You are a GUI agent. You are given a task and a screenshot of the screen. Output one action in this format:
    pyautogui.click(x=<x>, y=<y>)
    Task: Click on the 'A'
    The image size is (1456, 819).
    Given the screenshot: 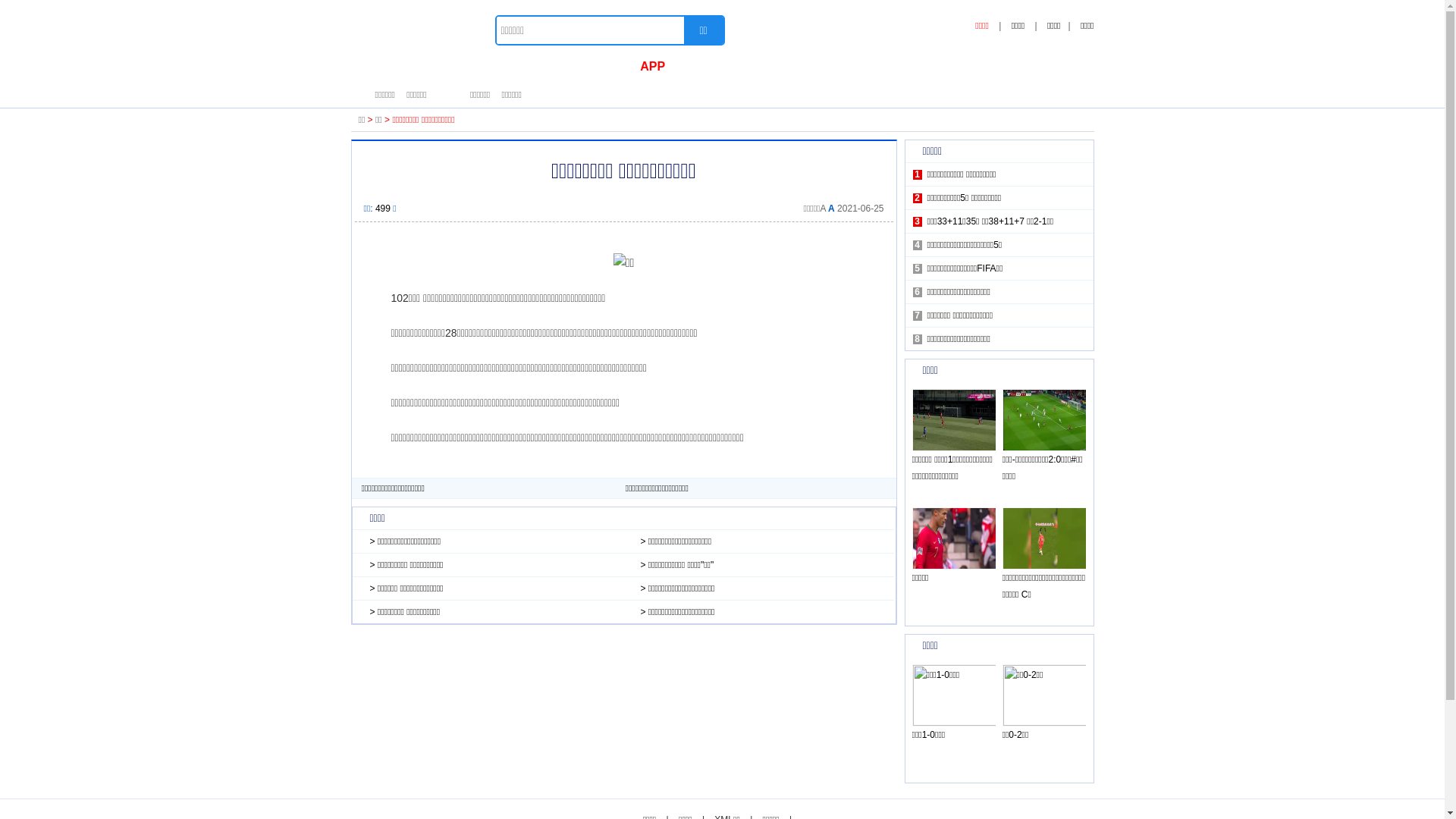 What is the action you would take?
    pyautogui.click(x=827, y=208)
    